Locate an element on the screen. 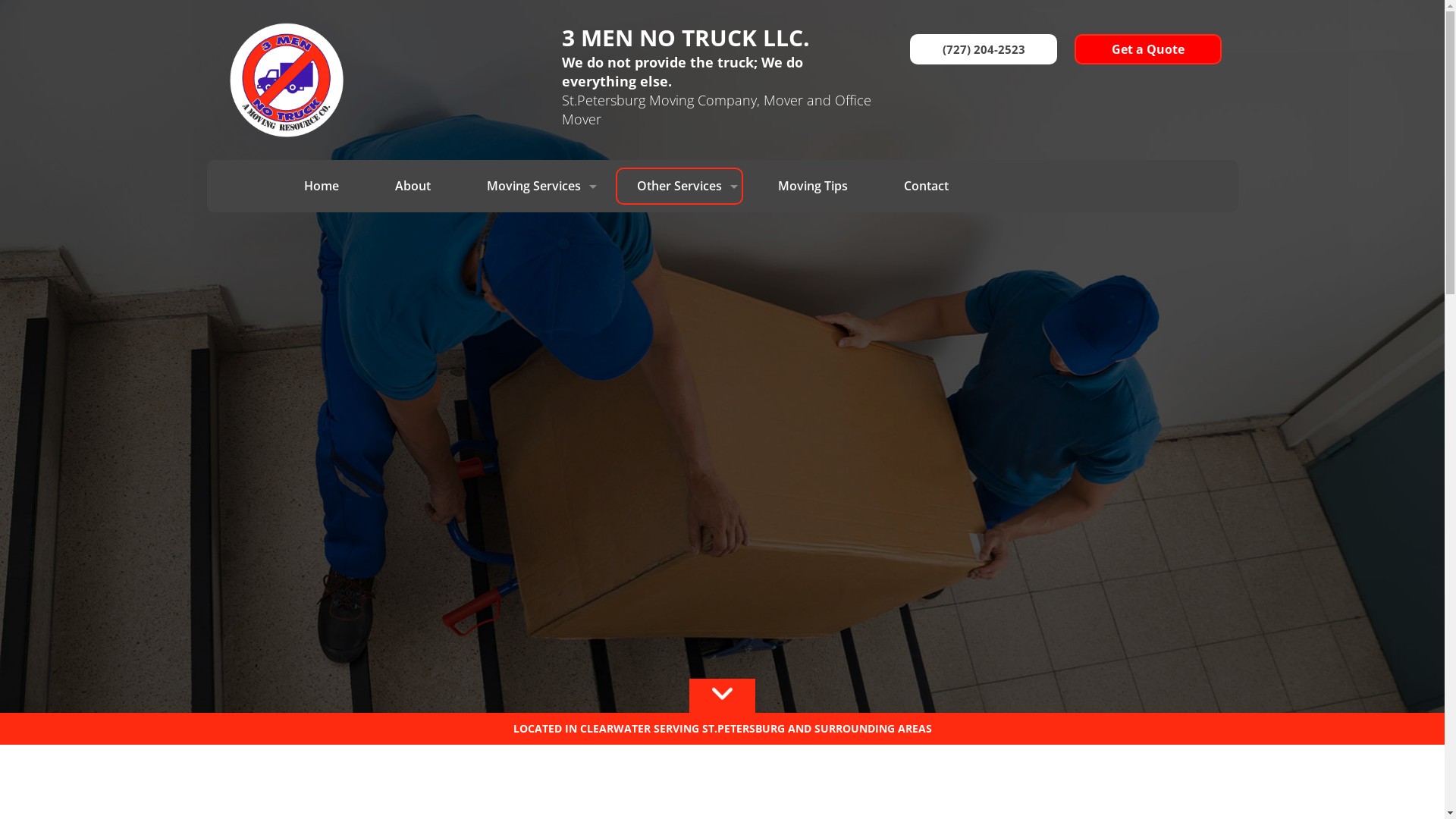 The image size is (1456, 819). 'Lab and Medical Equipment' is located at coordinates (534, 400).